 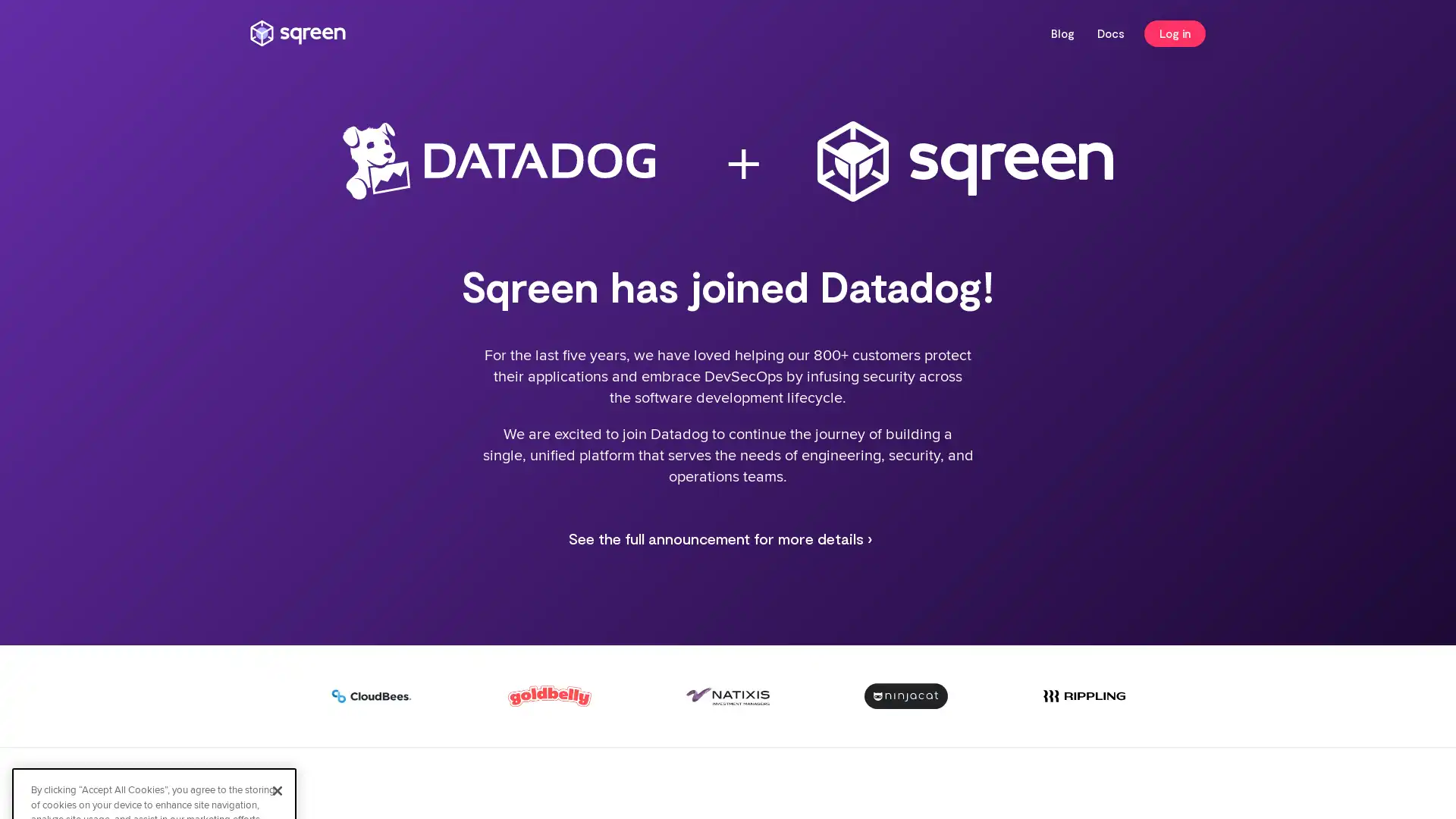 I want to click on Reject All, so click(x=154, y=762).